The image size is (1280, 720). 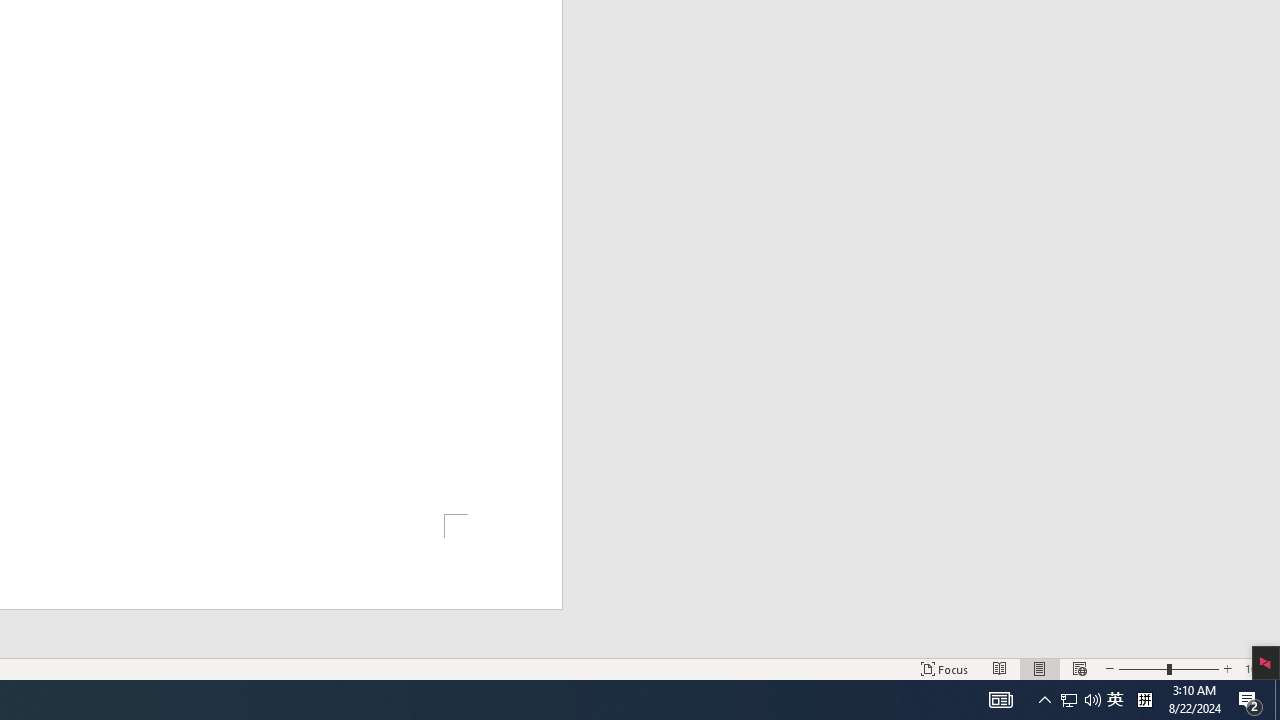 What do you see at coordinates (1168, 669) in the screenshot?
I see `'Zoom'` at bounding box center [1168, 669].